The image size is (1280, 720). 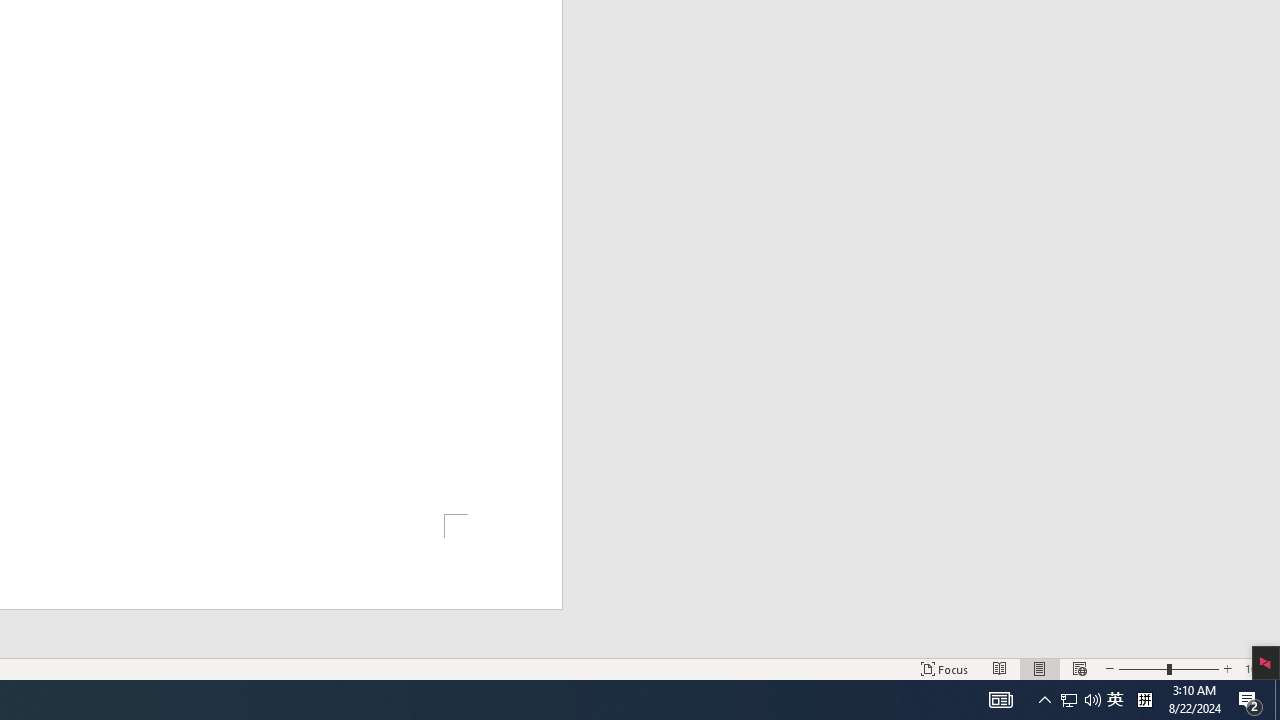 What do you see at coordinates (1168, 669) in the screenshot?
I see `'Zoom'` at bounding box center [1168, 669].